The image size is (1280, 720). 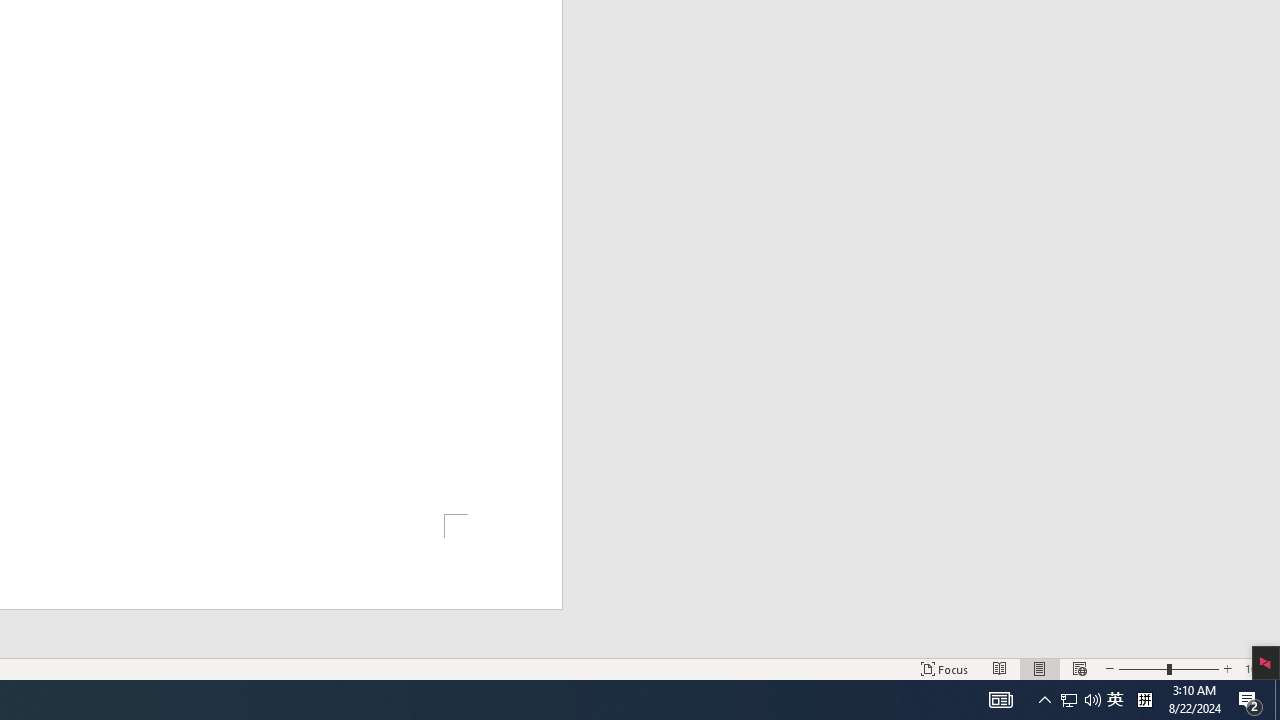 What do you see at coordinates (1168, 669) in the screenshot?
I see `'Zoom'` at bounding box center [1168, 669].